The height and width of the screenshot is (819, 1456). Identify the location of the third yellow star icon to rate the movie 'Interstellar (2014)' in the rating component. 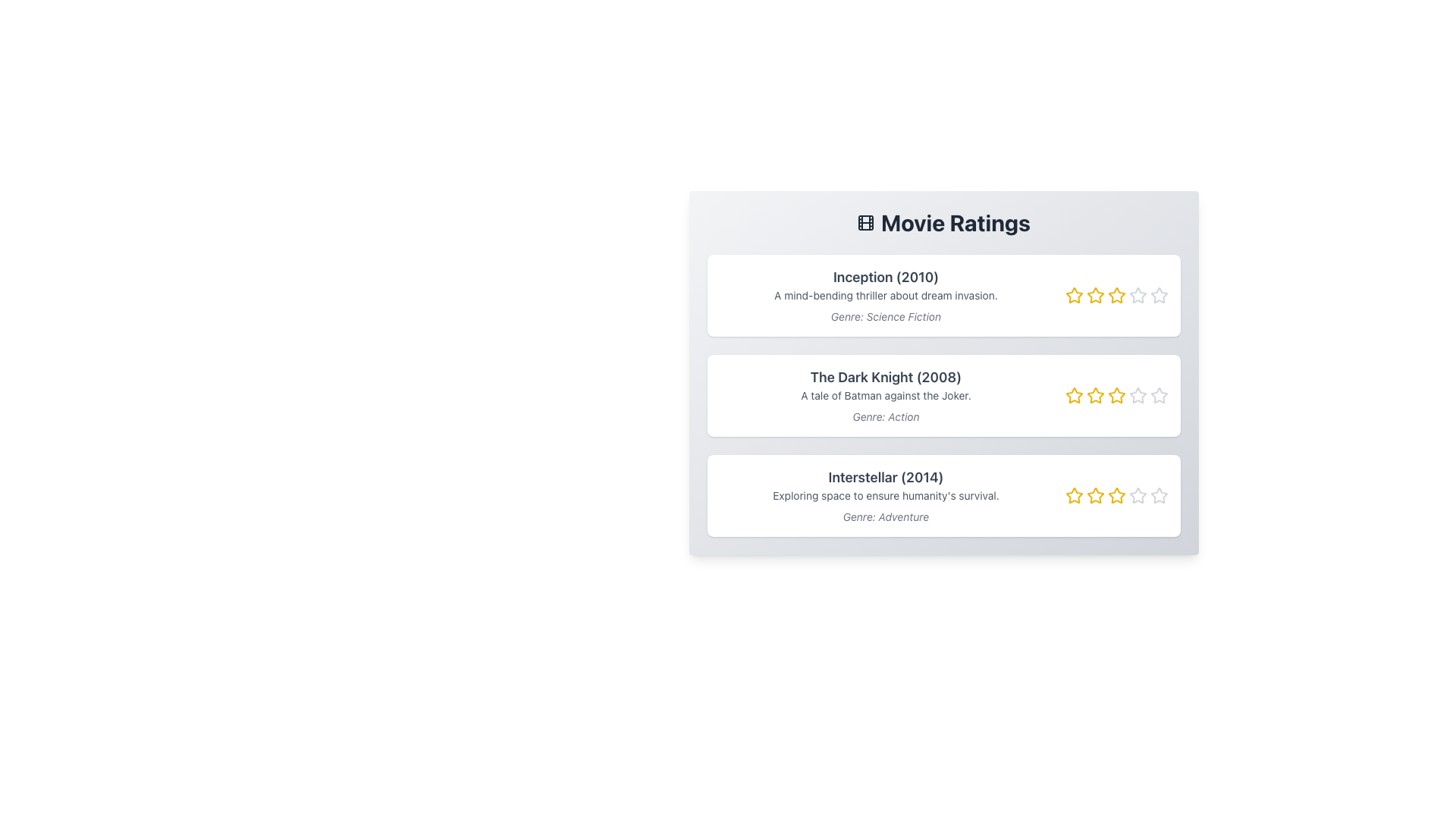
(1116, 496).